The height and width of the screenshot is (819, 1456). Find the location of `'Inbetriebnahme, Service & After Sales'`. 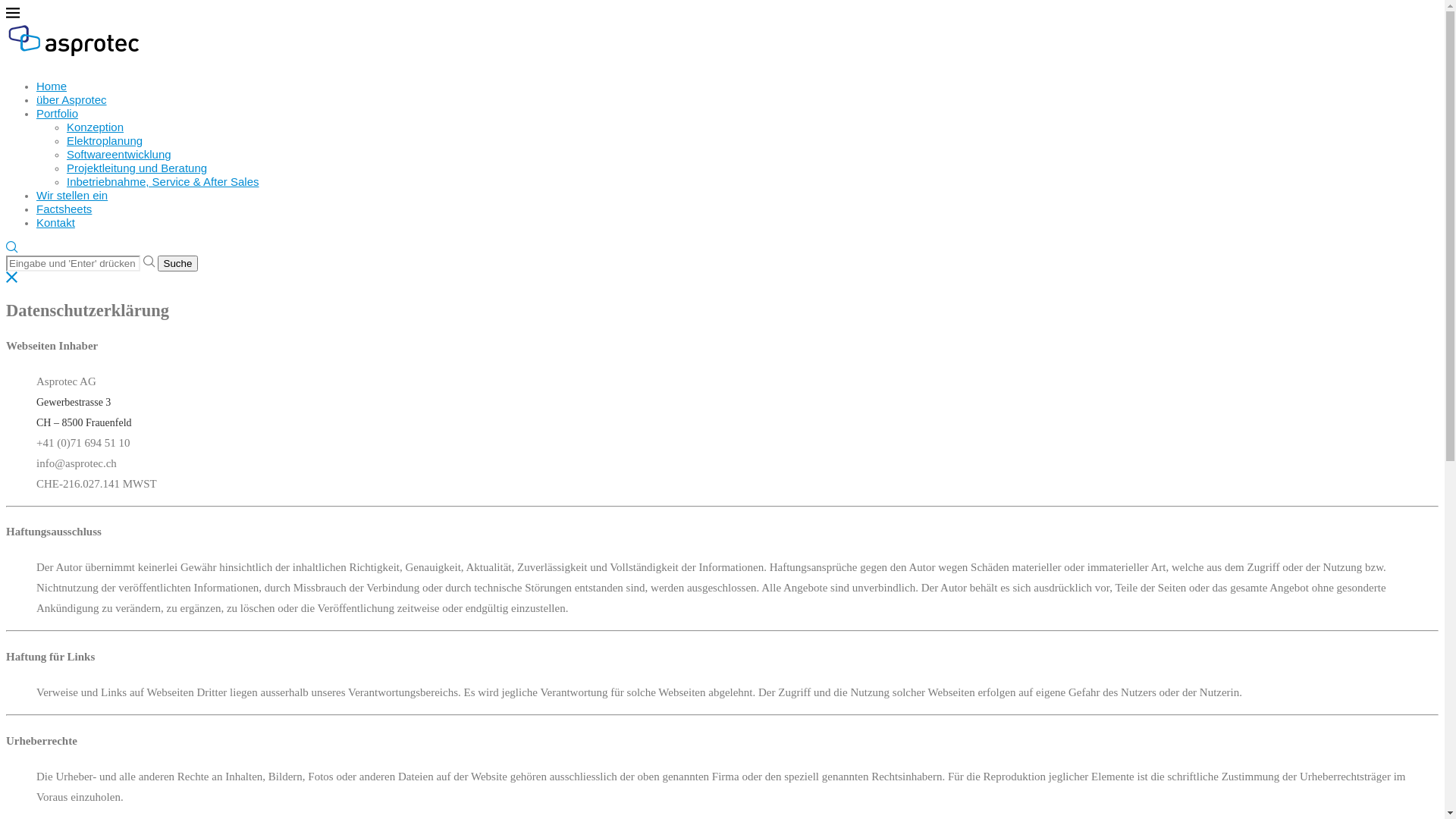

'Inbetriebnahme, Service & After Sales' is located at coordinates (162, 180).